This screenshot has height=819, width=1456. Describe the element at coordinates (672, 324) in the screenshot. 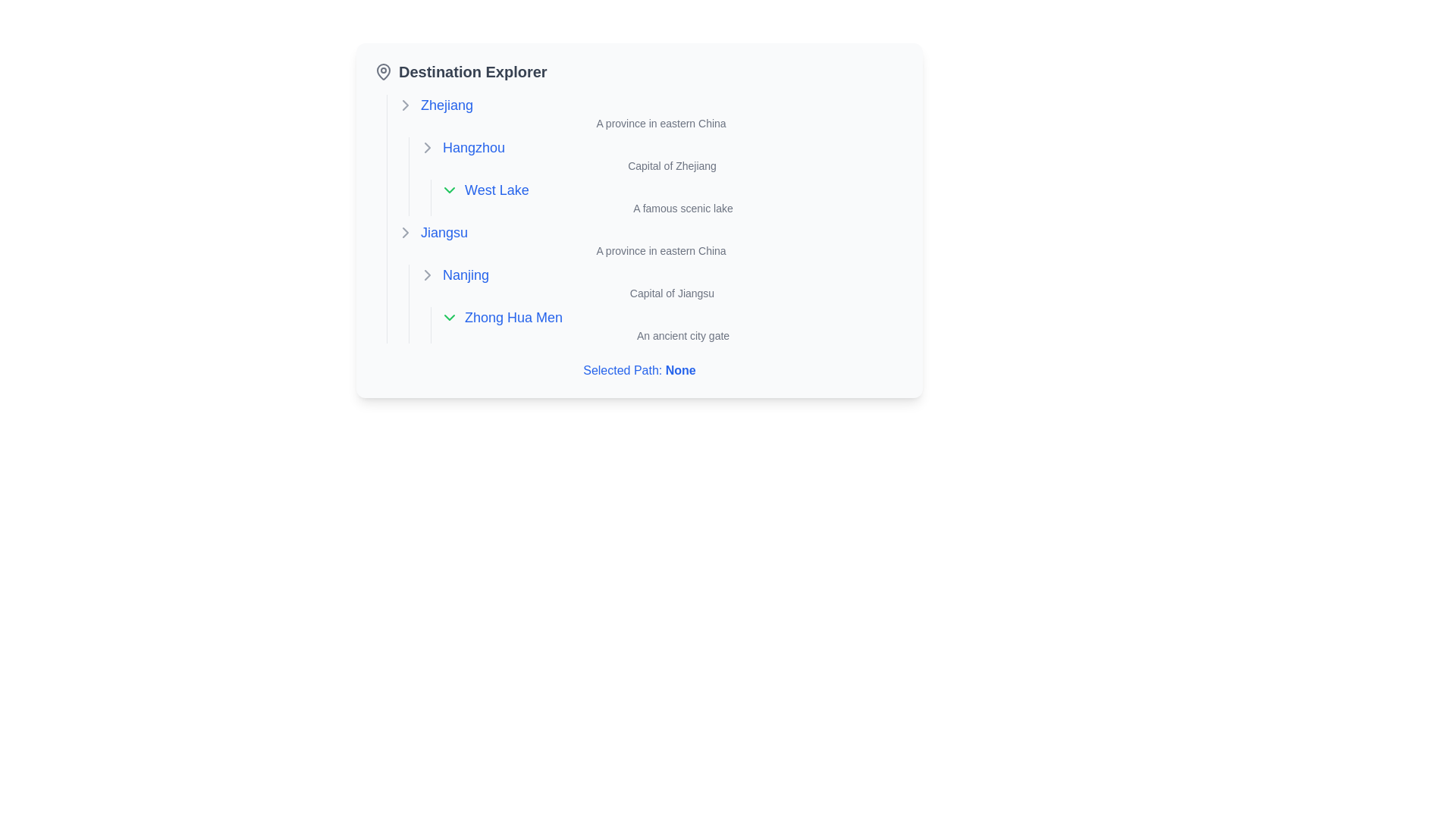

I see `the list item displaying 'Zhong Hua Men' with the dropdown and descriptive text 'An ancient city gate' located under the 'Nanjing' item in the hierarchical navigation interface` at that location.